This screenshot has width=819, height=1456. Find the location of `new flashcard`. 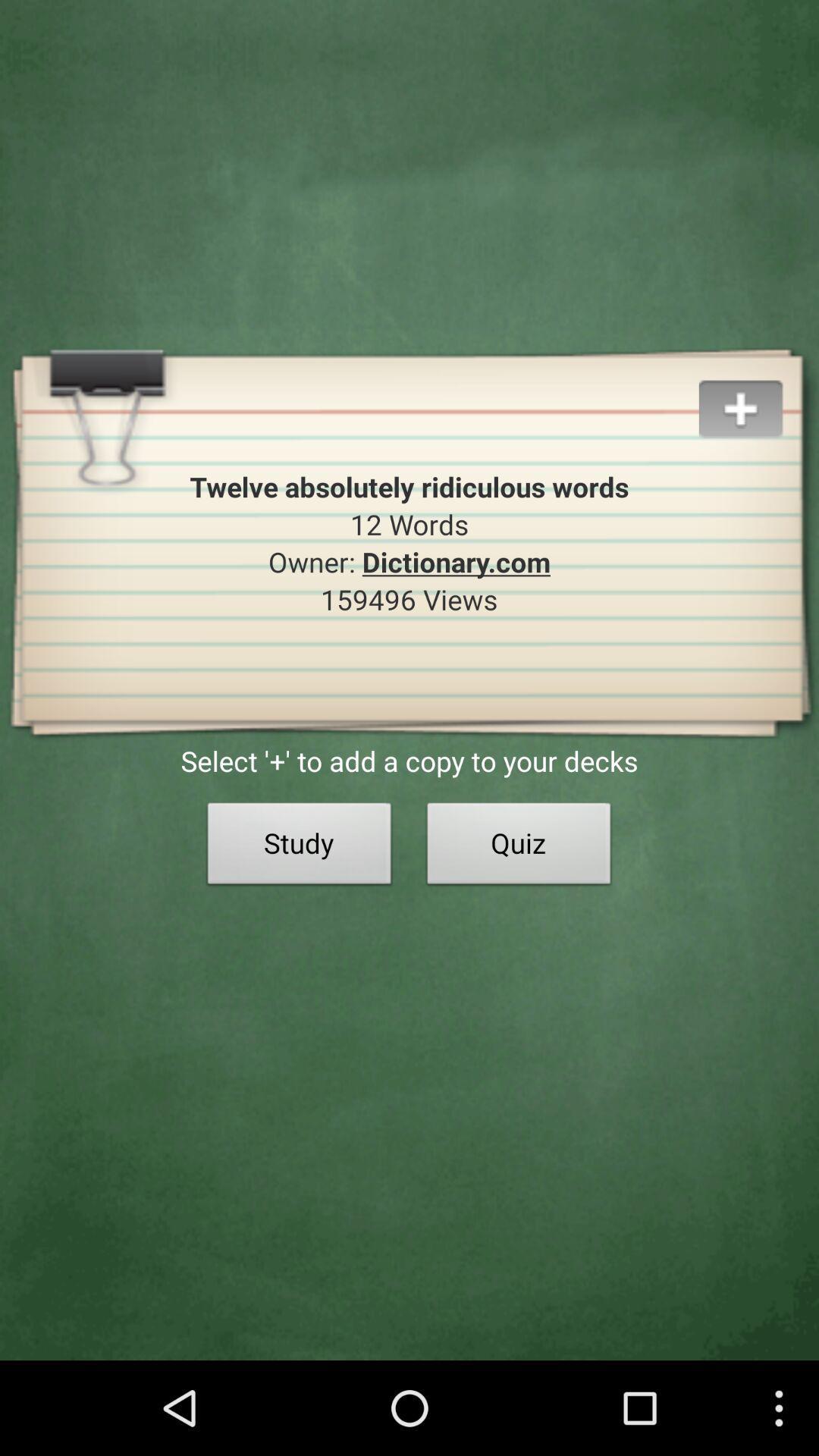

new flashcard is located at coordinates (758, 391).